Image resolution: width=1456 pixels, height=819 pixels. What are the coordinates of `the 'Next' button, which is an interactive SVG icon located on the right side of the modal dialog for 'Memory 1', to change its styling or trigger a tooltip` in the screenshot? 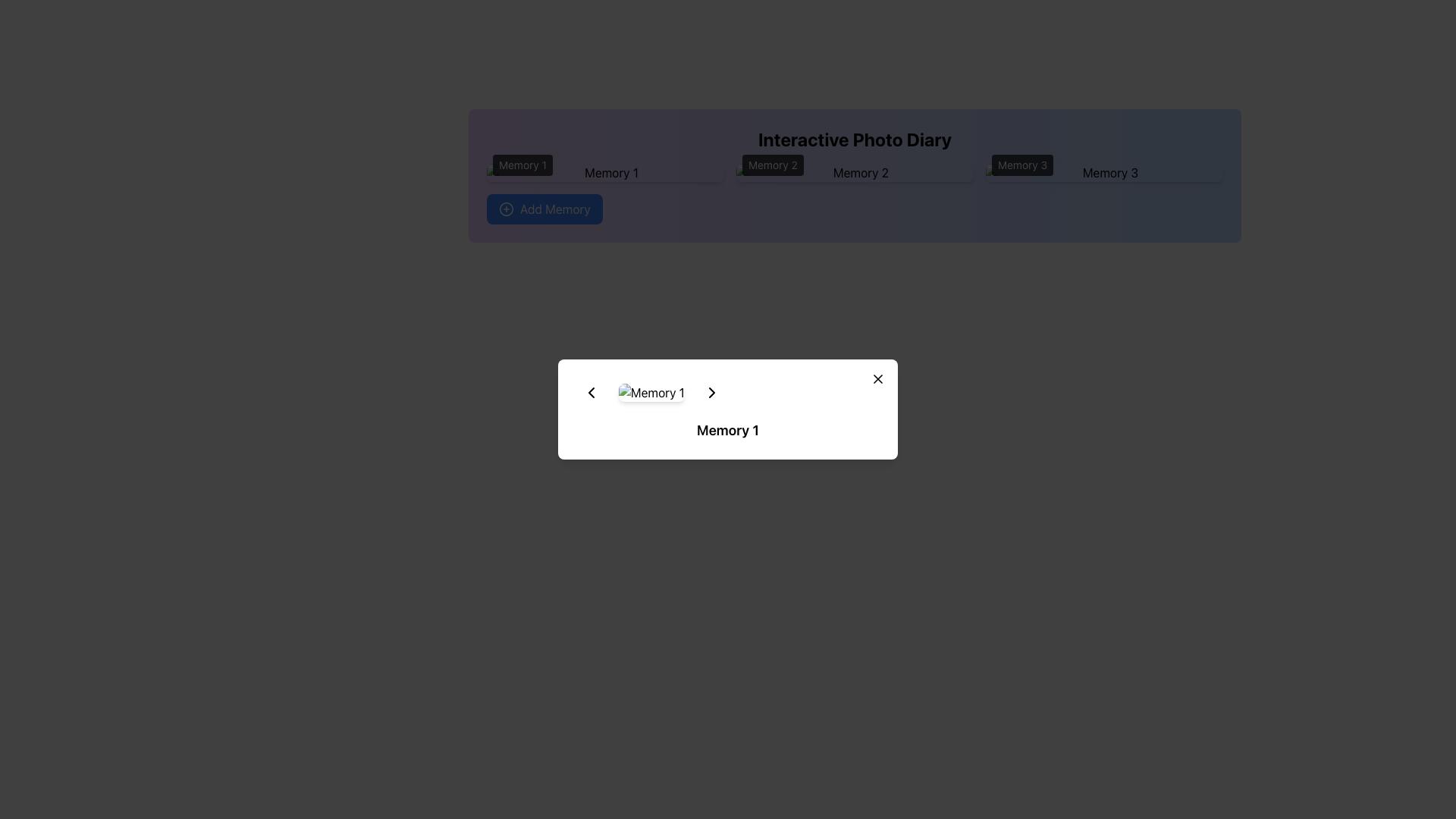 It's located at (711, 391).